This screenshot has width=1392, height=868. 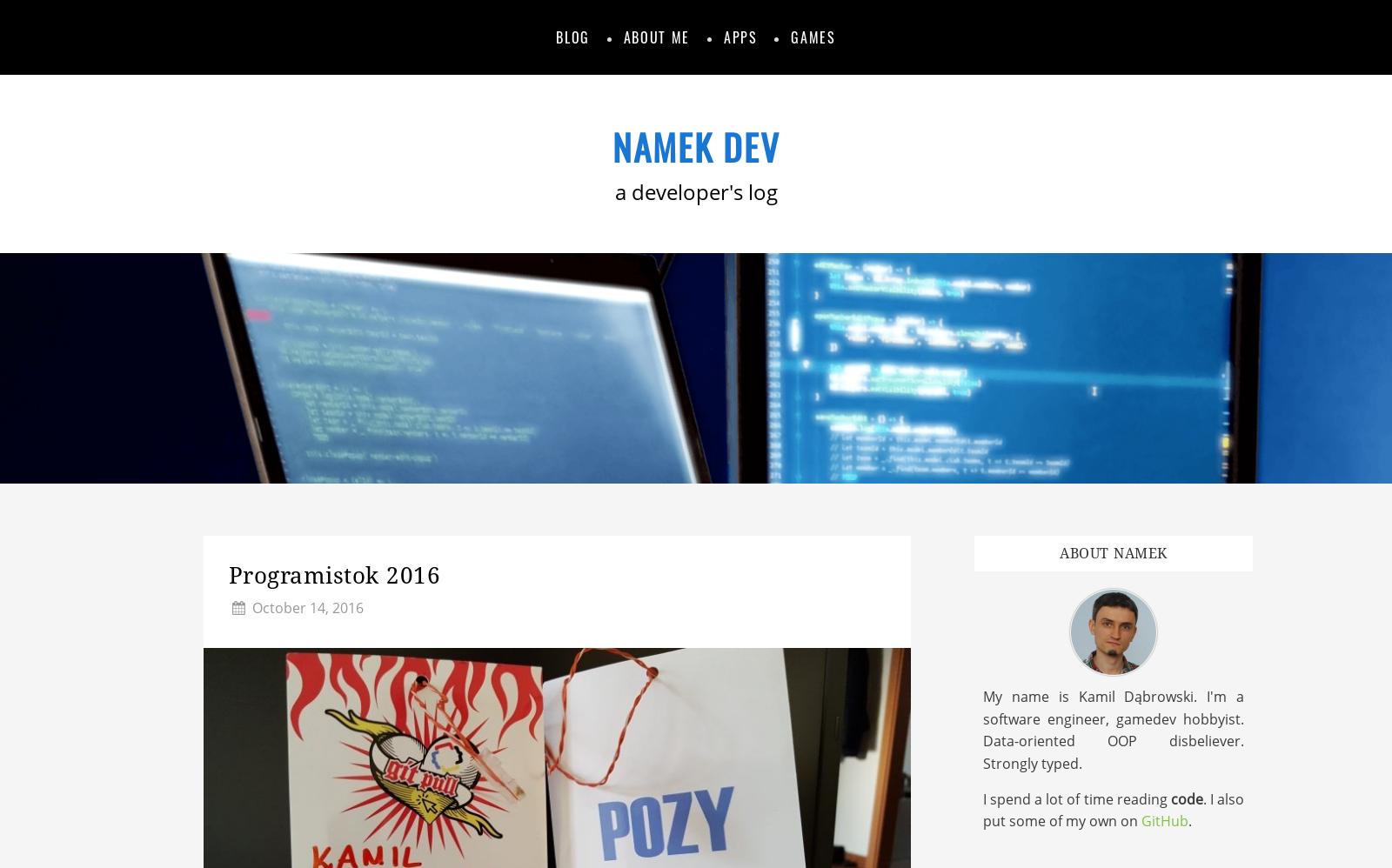 I want to click on 'code', so click(x=1168, y=798).